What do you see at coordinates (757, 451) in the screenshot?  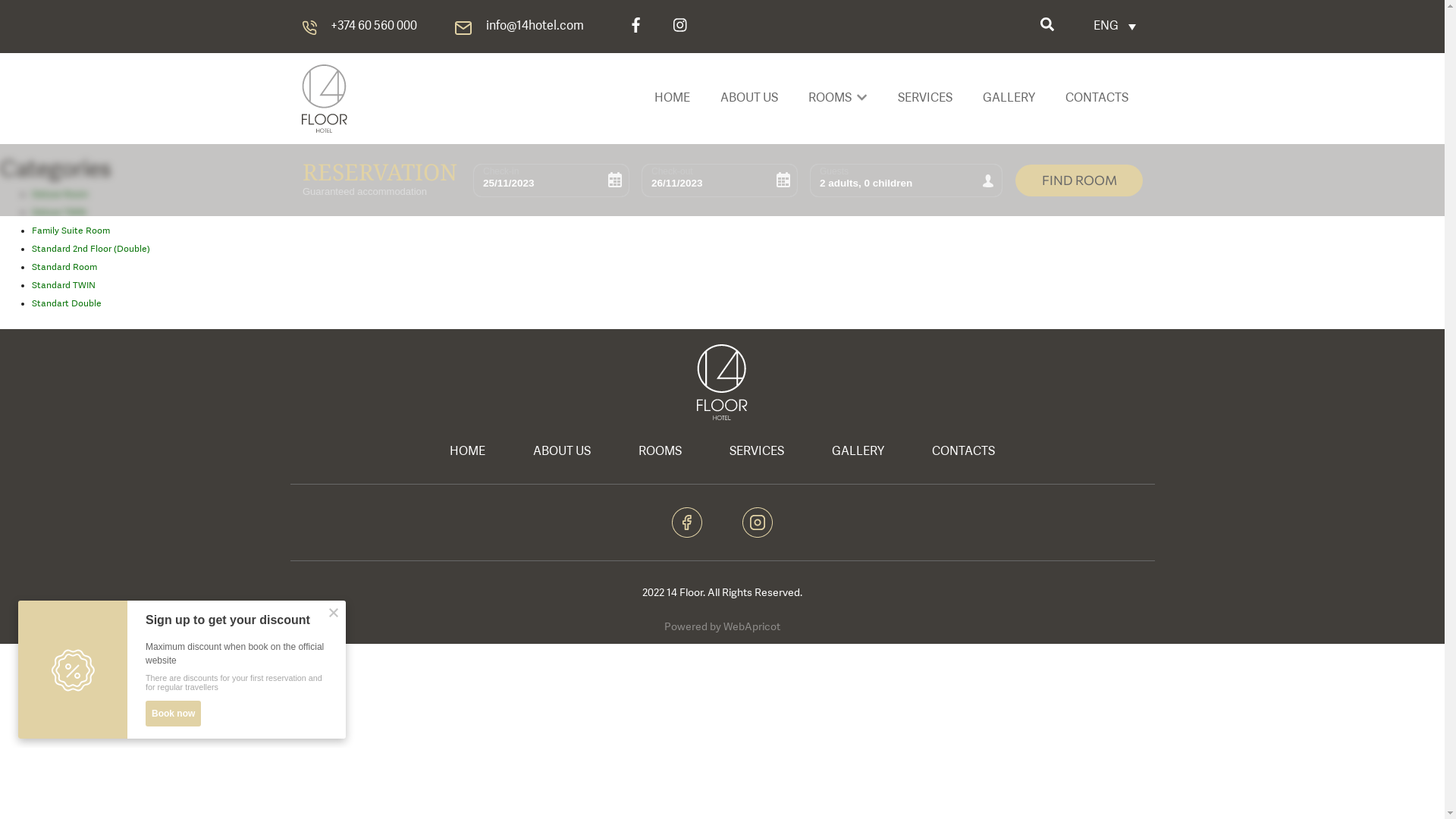 I see `'SERVICES'` at bounding box center [757, 451].